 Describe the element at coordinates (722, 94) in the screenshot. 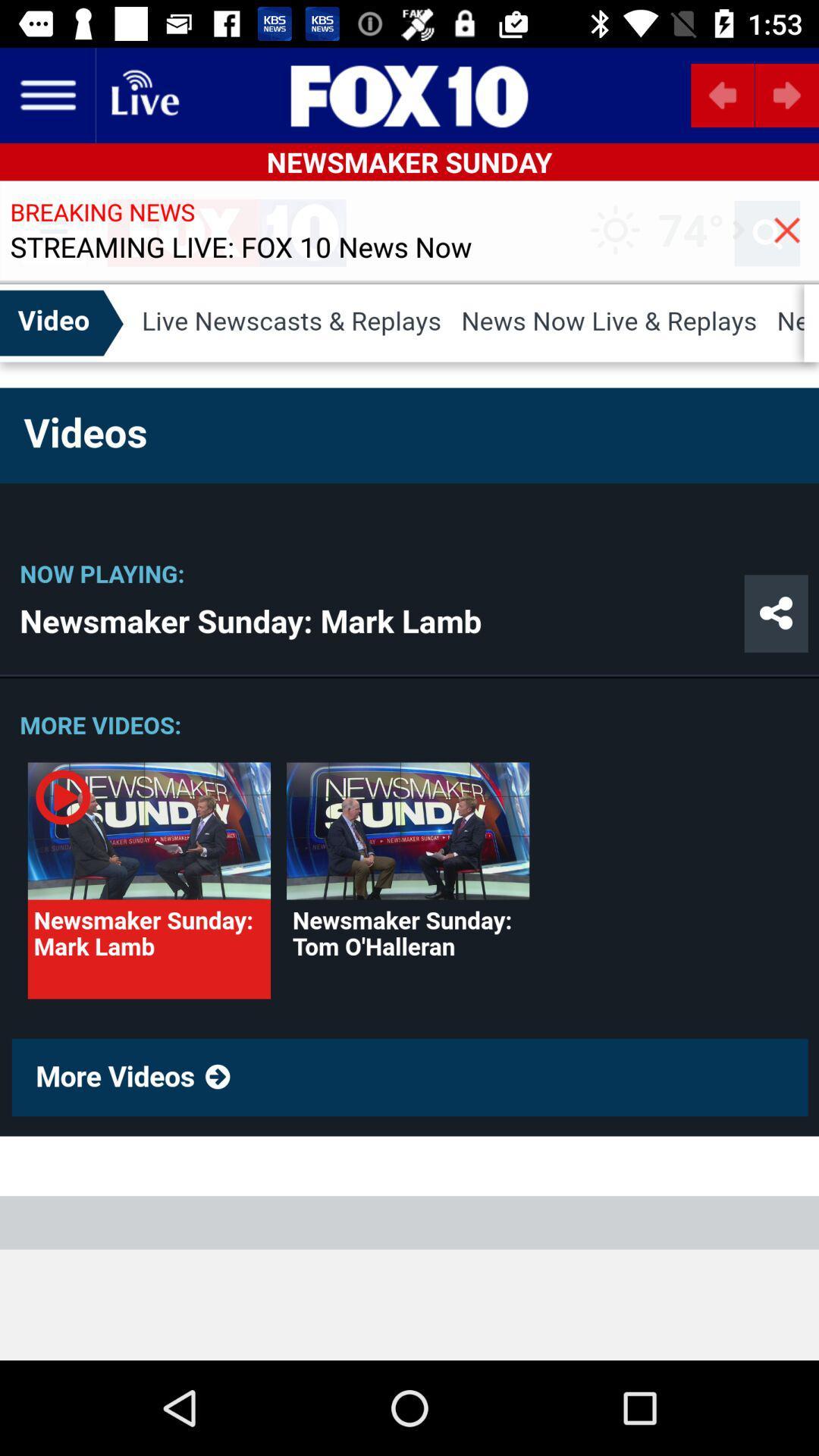

I see `the arrow_backward icon` at that location.